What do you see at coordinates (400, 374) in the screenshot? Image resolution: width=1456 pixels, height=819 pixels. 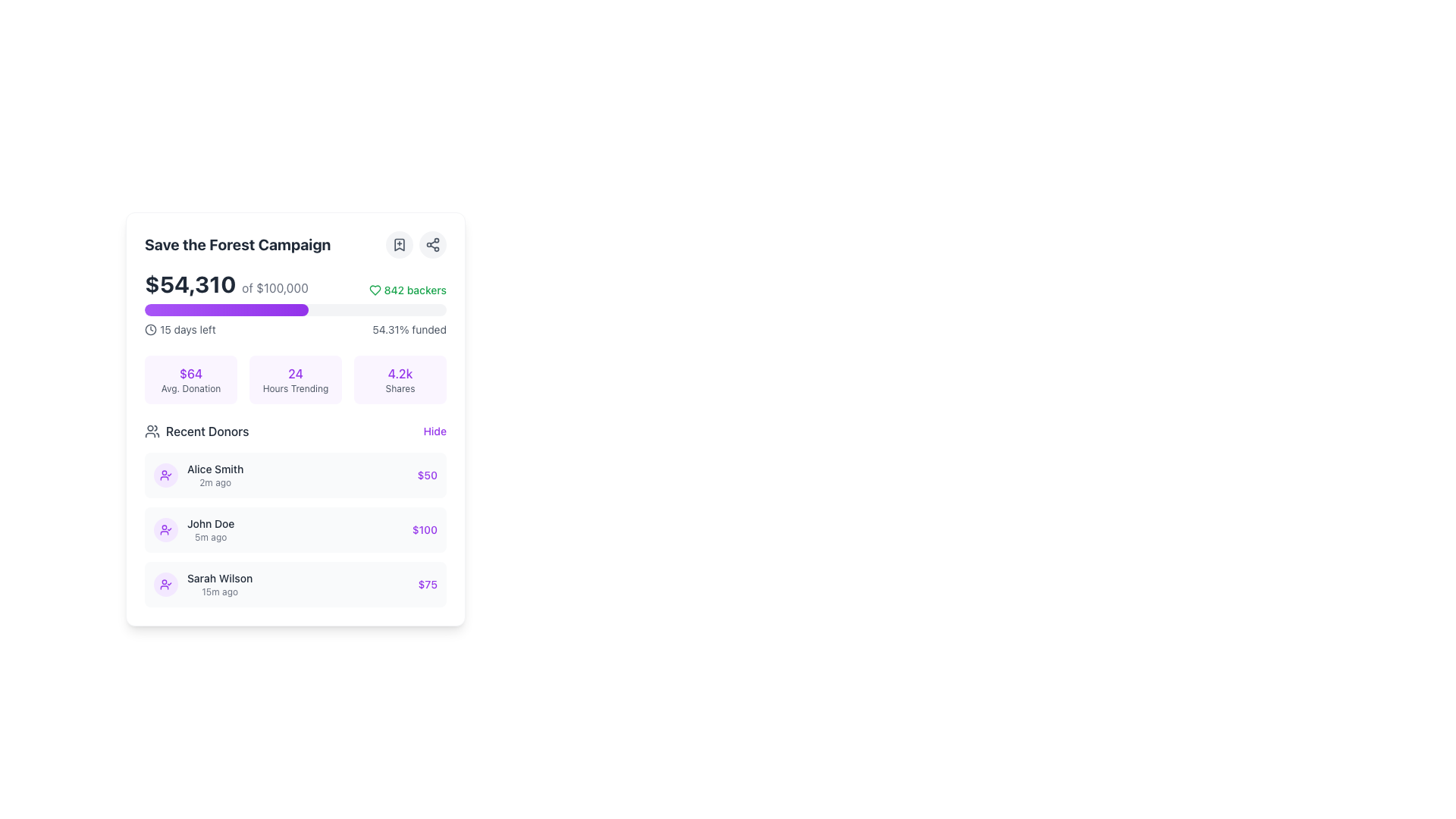 I see `value of the Label displaying '4.2k' in bold, purple font, located near the center-right of the status card, above the 'Shares' text` at bounding box center [400, 374].